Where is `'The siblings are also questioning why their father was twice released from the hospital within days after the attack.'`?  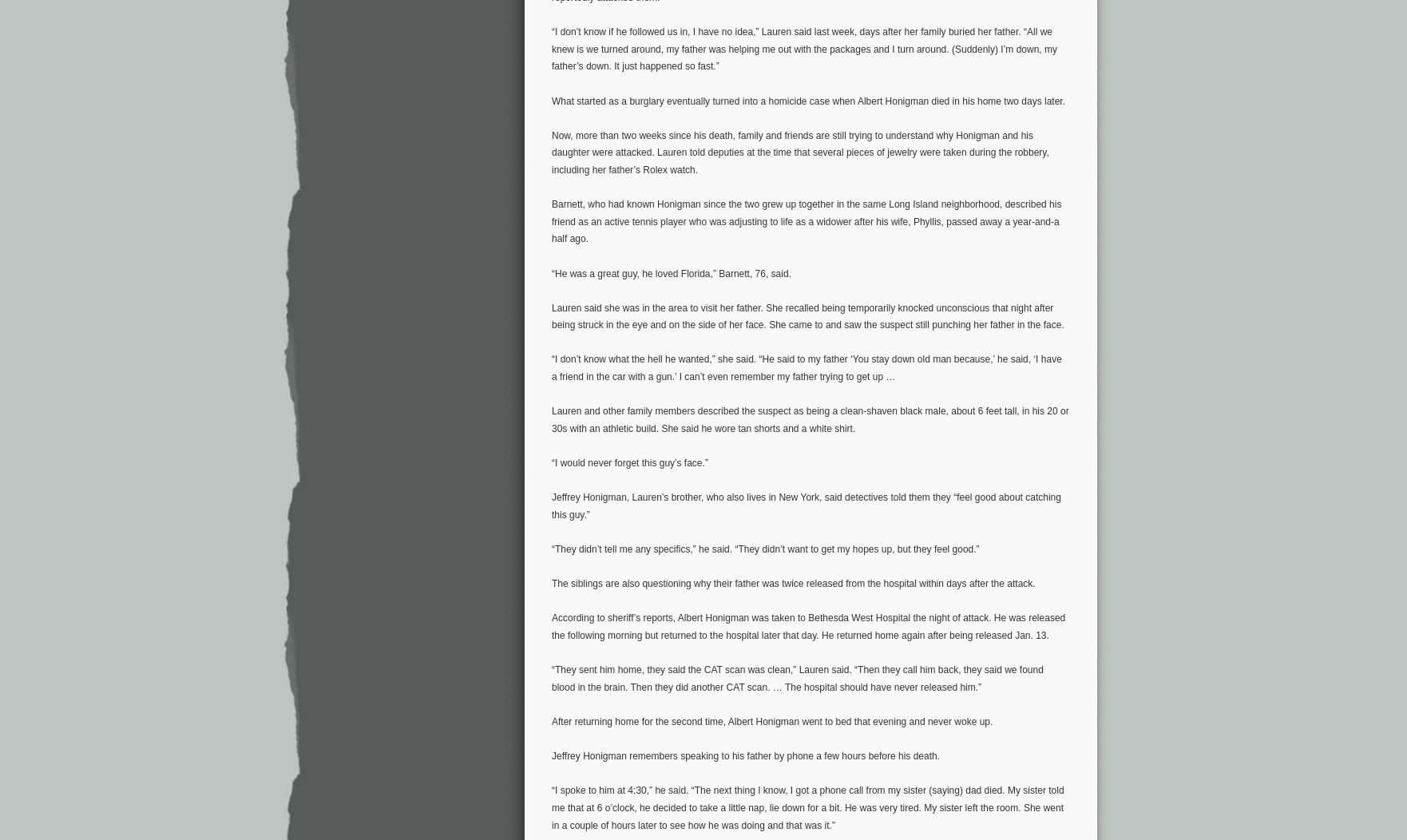
'The siblings are also questioning why their father was twice released from the hospital within days after the attack.' is located at coordinates (793, 584).